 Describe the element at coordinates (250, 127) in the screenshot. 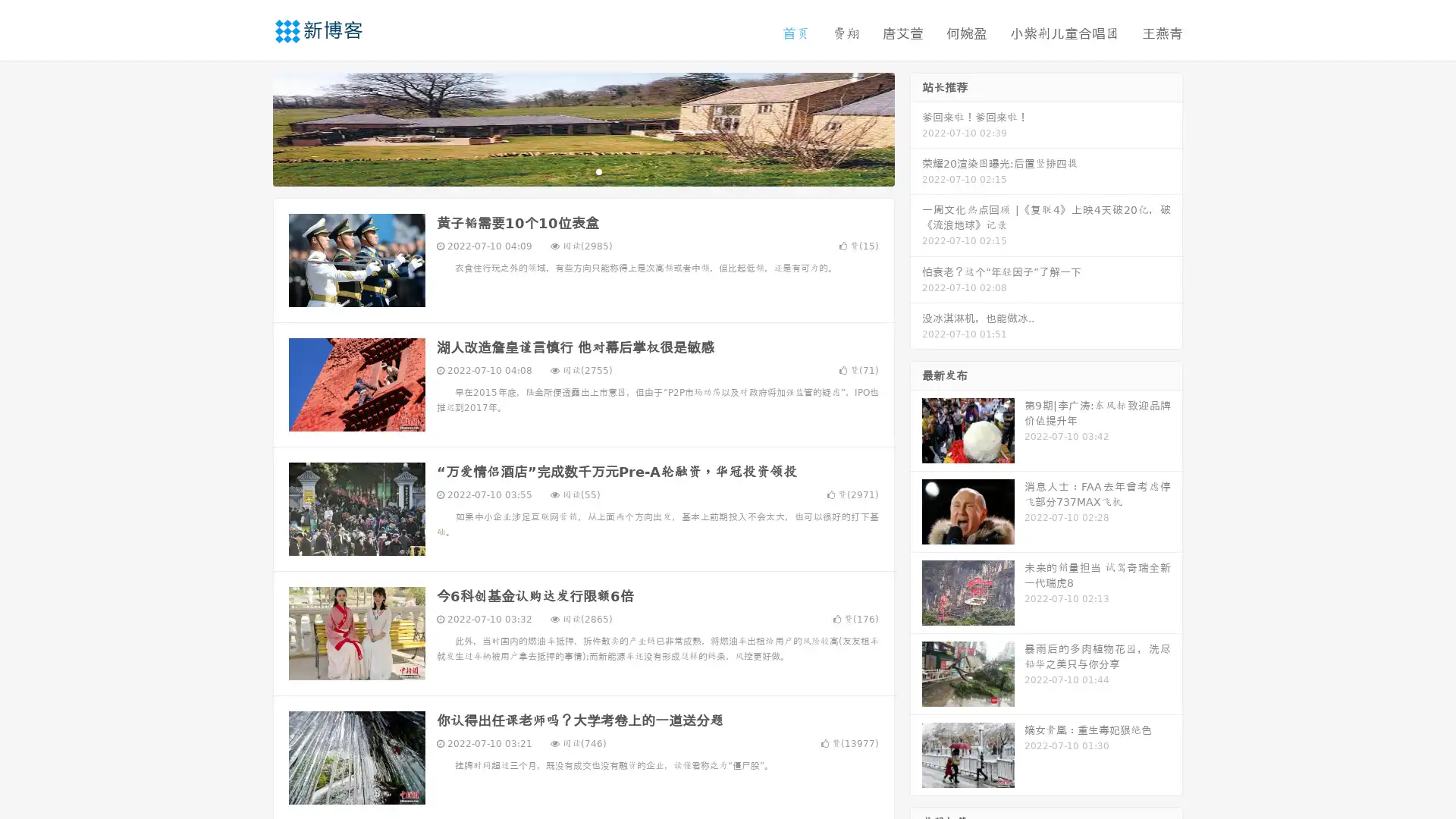

I see `Previous slide` at that location.